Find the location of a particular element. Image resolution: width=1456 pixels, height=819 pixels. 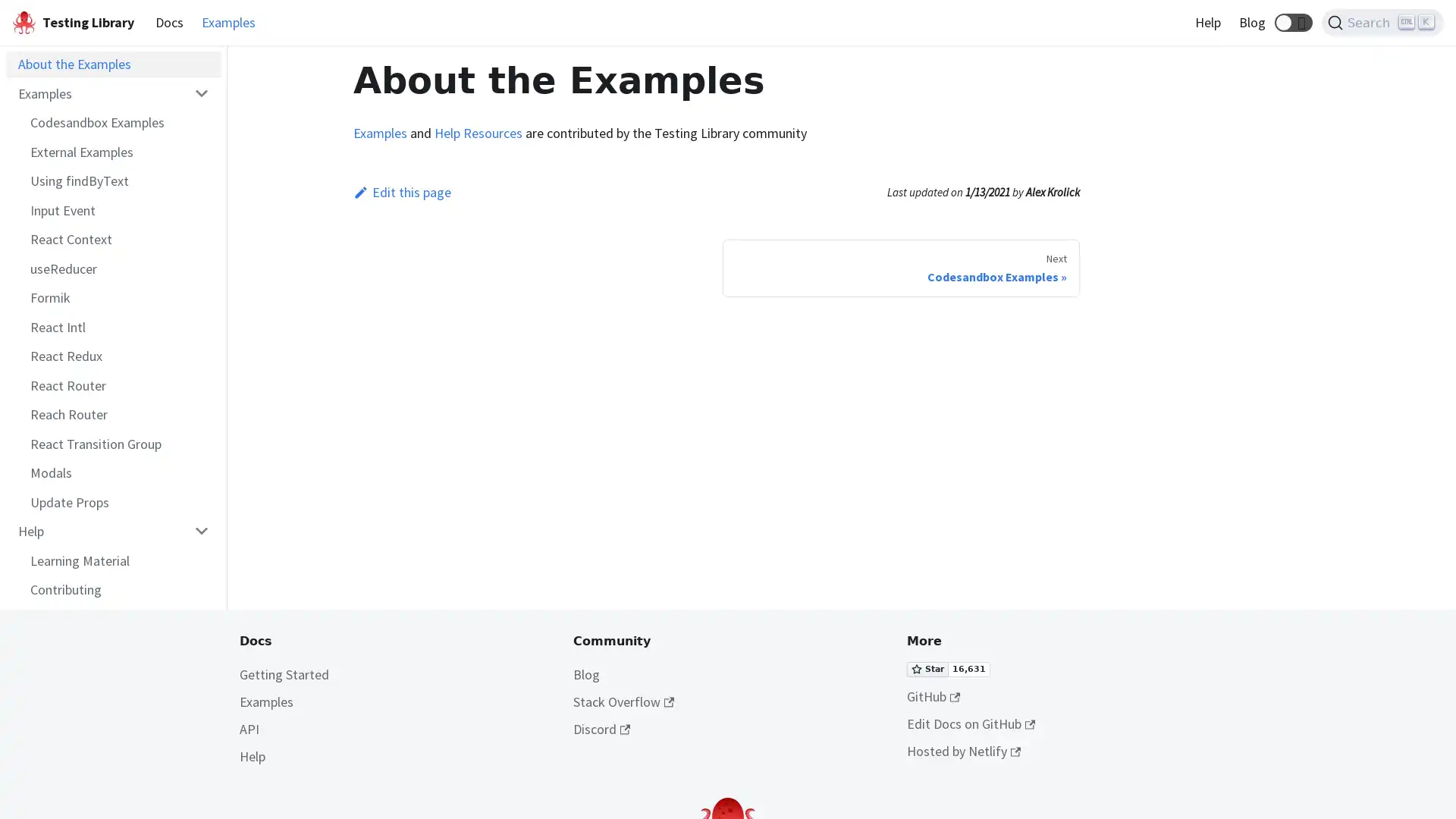

Search is located at coordinates (1382, 23).